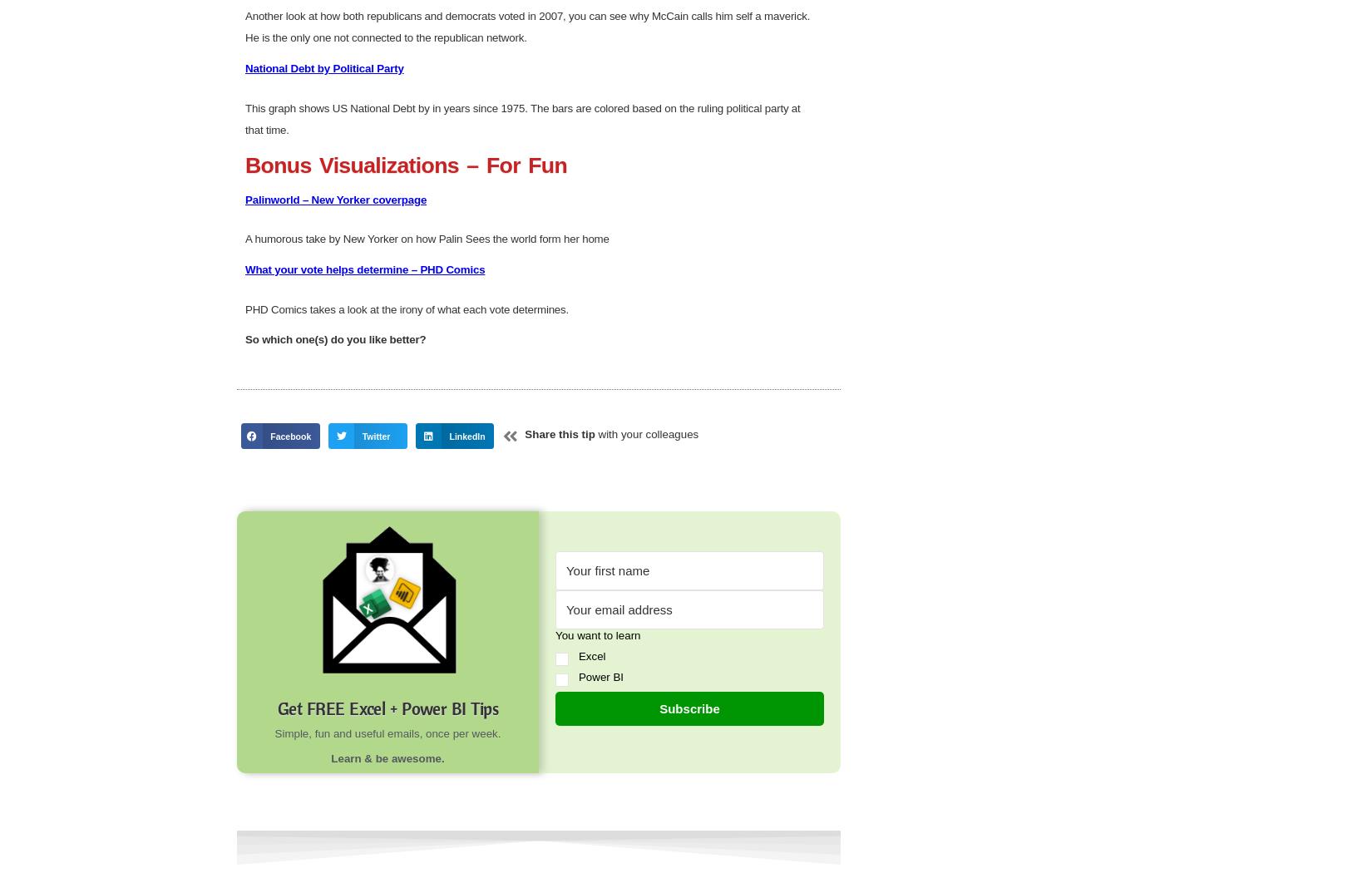  What do you see at coordinates (384, 171) in the screenshot?
I see `'How republican and democratic senators voted in 2007'` at bounding box center [384, 171].